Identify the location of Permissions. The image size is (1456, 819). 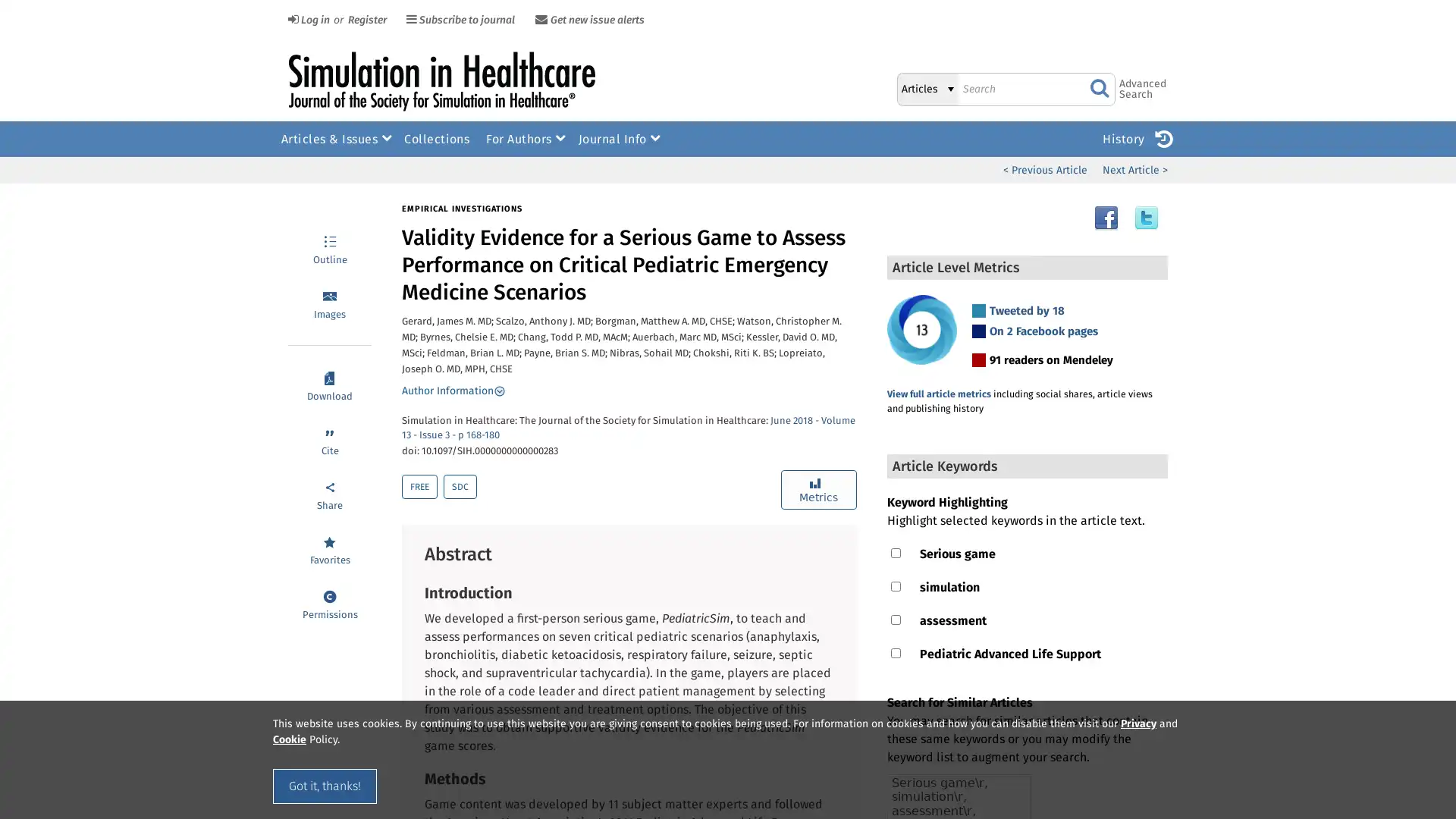
(329, 602).